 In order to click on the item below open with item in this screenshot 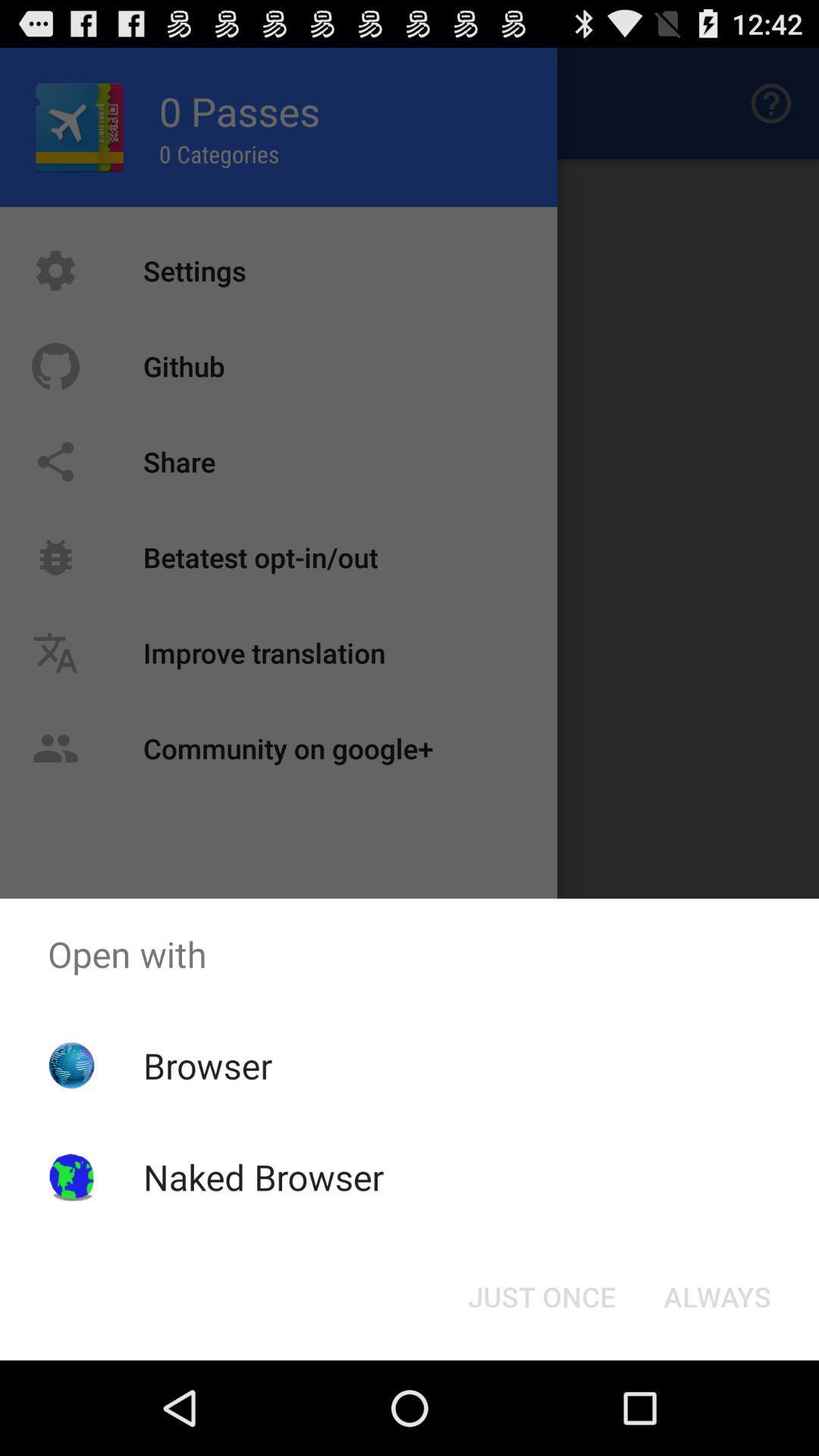, I will do `click(541, 1295)`.